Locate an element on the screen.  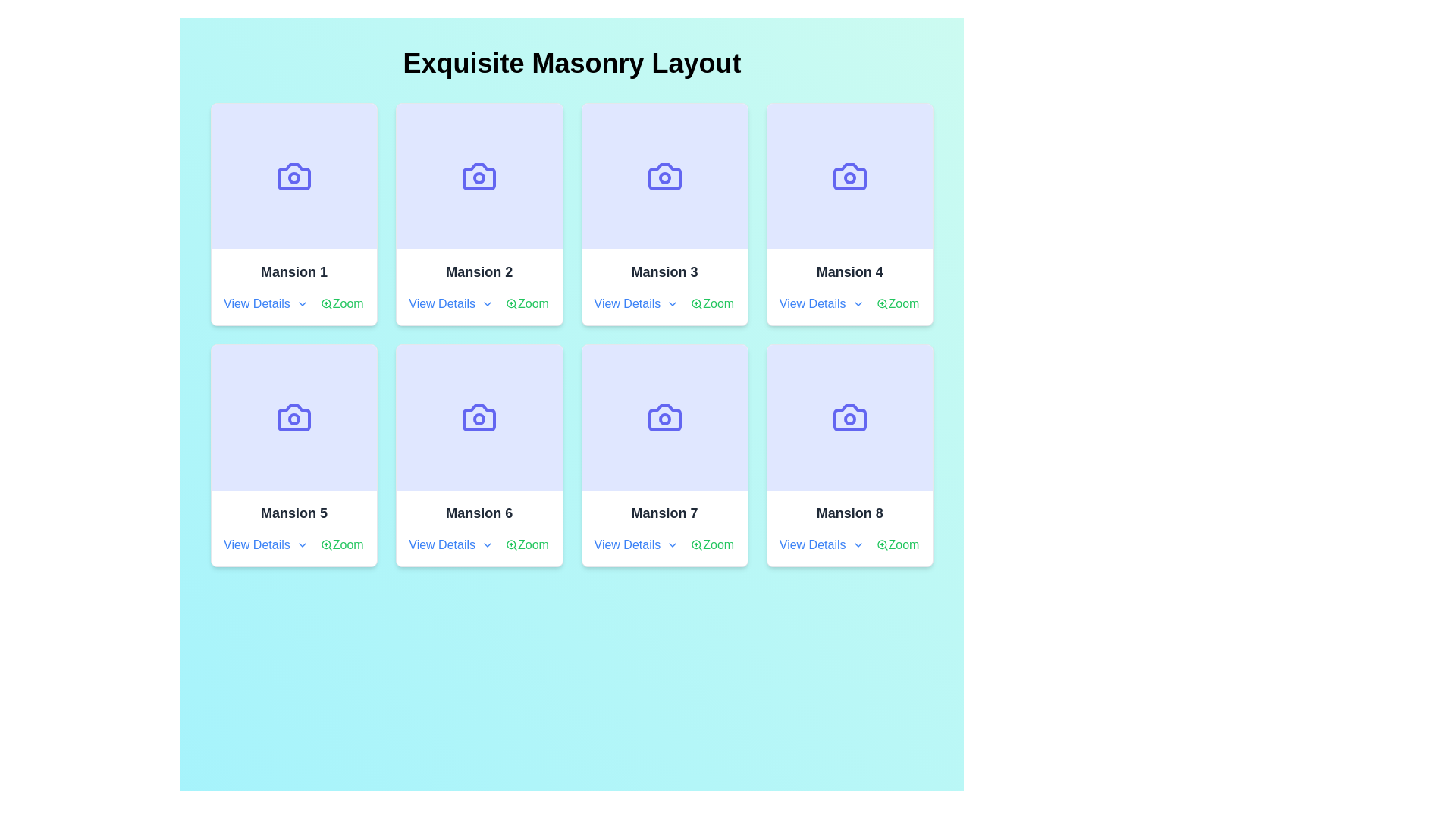
the 'View Details' link in the bottom action row of the card titled 'Mansion 7' to underline the text is located at coordinates (664, 544).